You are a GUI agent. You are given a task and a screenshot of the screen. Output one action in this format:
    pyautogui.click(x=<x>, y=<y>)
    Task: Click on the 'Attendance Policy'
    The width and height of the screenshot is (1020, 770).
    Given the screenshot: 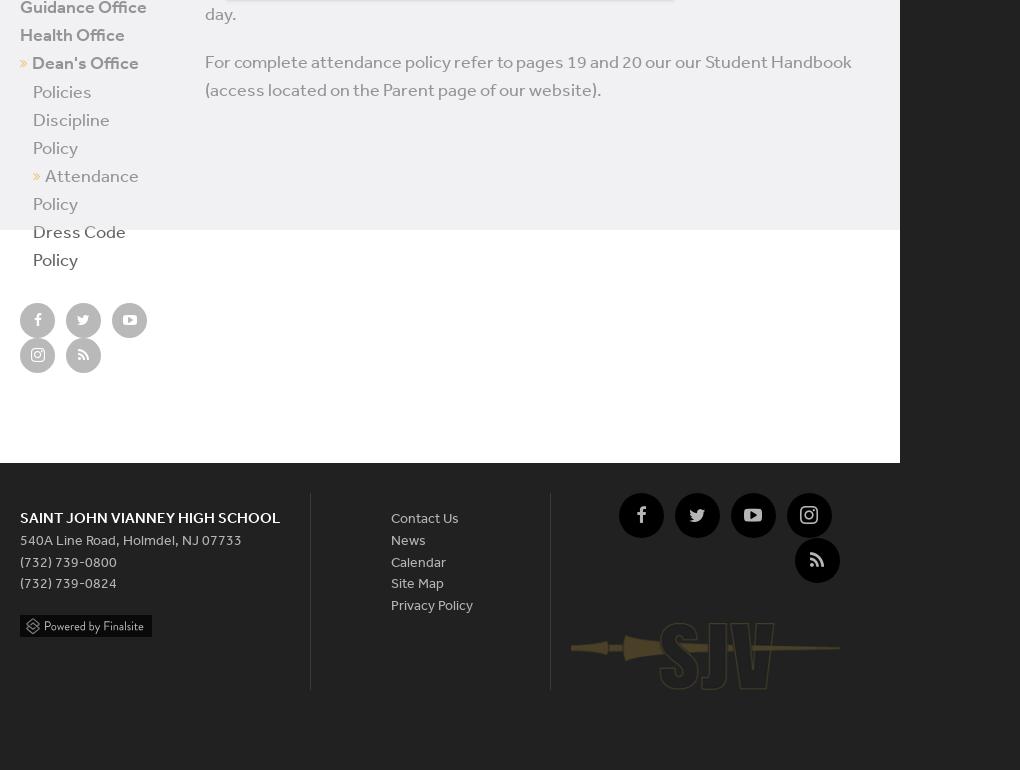 What is the action you would take?
    pyautogui.click(x=85, y=189)
    